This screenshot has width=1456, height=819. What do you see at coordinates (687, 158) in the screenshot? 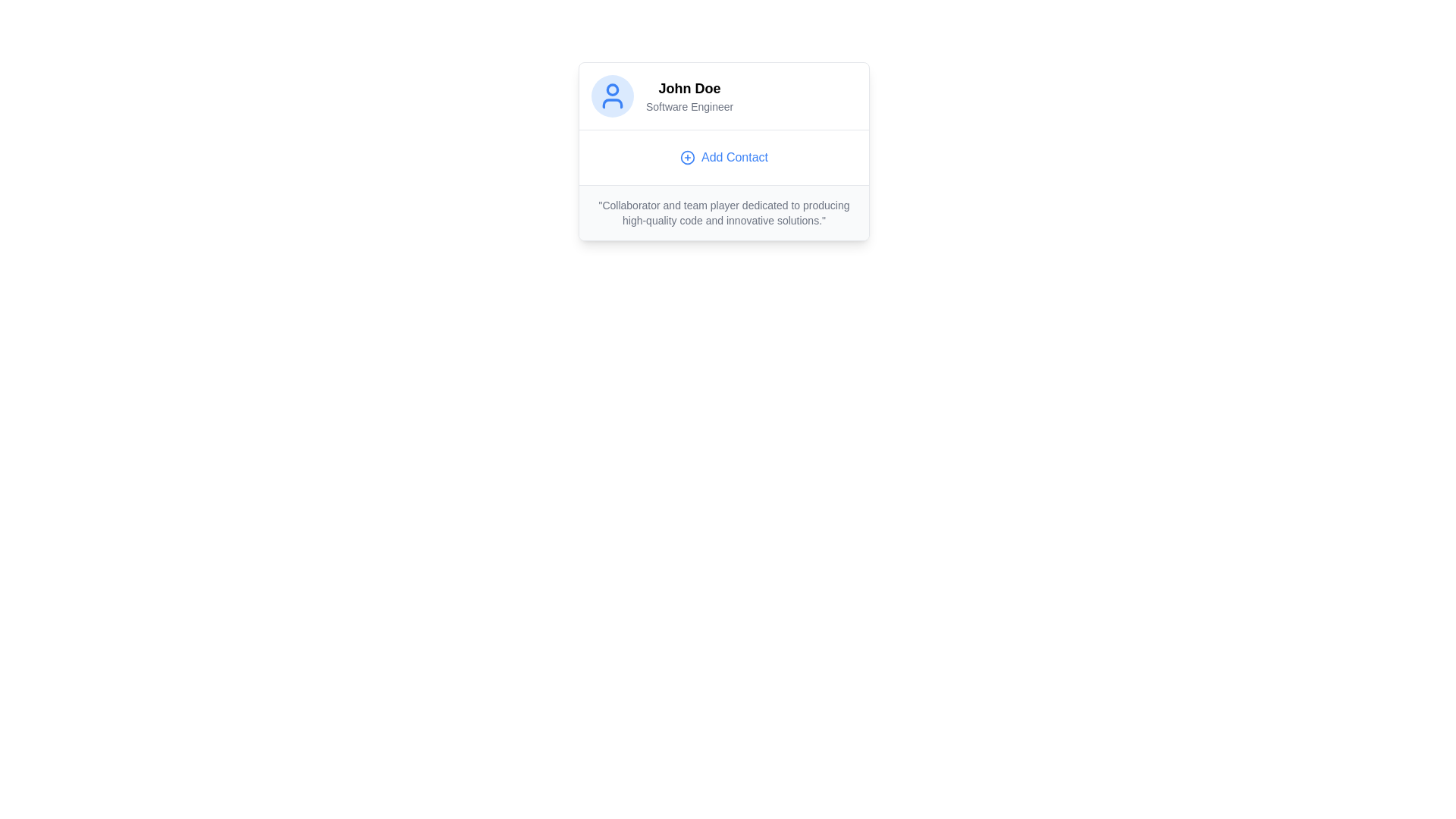
I see `the circular icon located to the left of the 'Add Contact' button, which serves as a visual emphasis for adding a new contact` at bounding box center [687, 158].